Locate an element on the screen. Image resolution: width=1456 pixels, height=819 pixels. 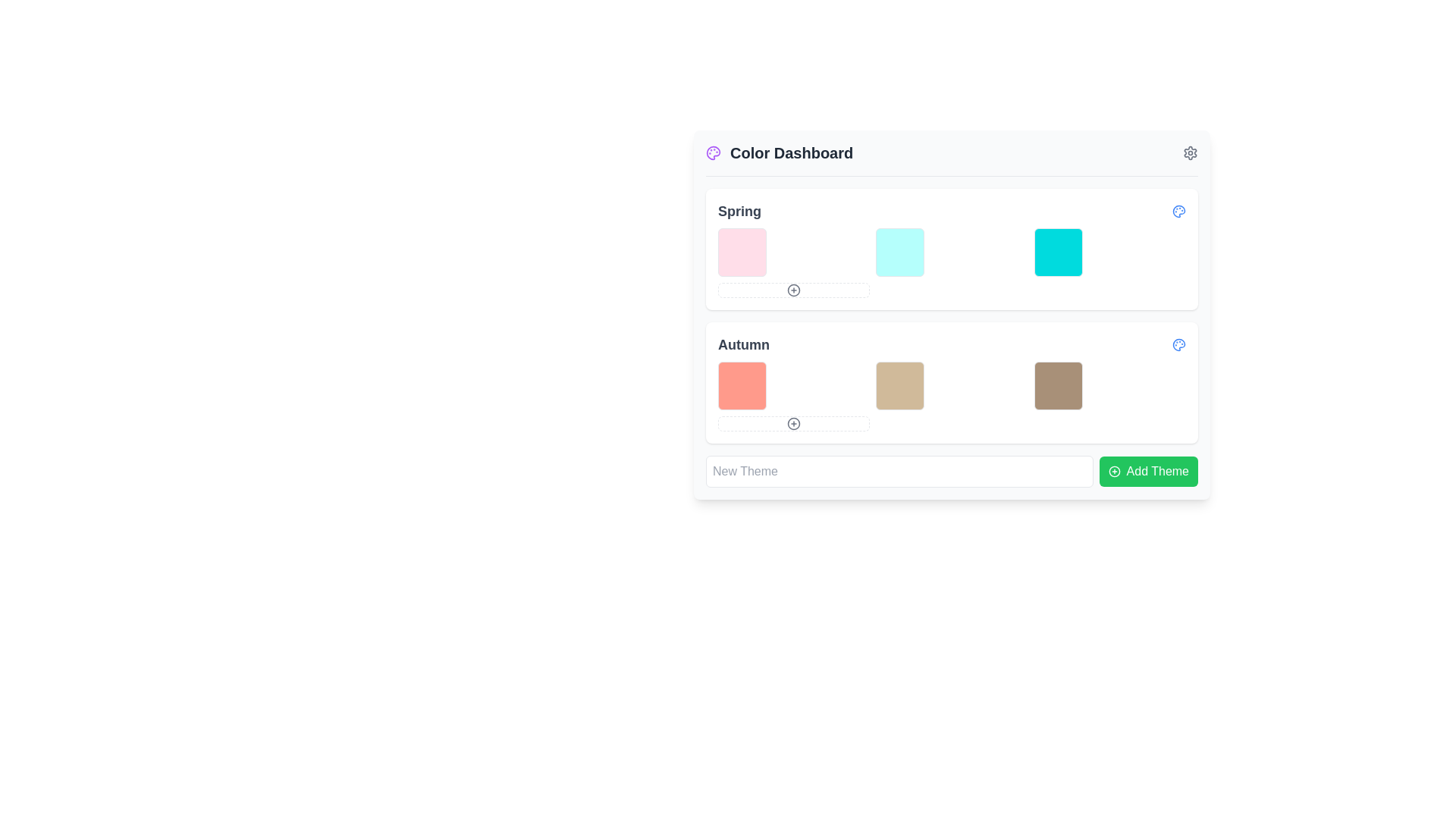
the grid layout containing three color blocks (light red, beige, brown) and the plus icon for adding new entries in the 'Autumn' section is located at coordinates (951, 396).